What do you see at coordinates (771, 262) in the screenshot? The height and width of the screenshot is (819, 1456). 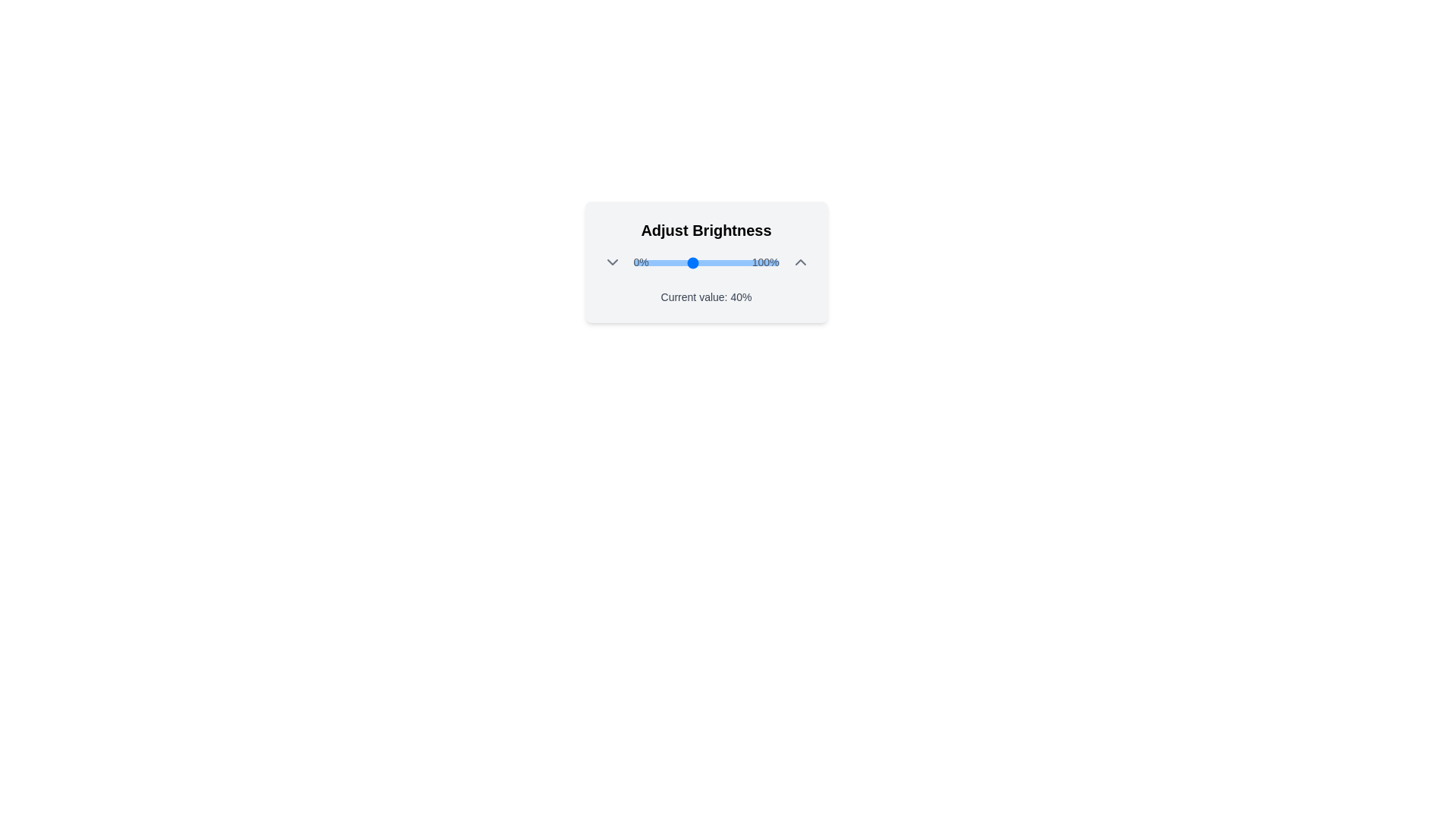 I see `brightness` at bounding box center [771, 262].